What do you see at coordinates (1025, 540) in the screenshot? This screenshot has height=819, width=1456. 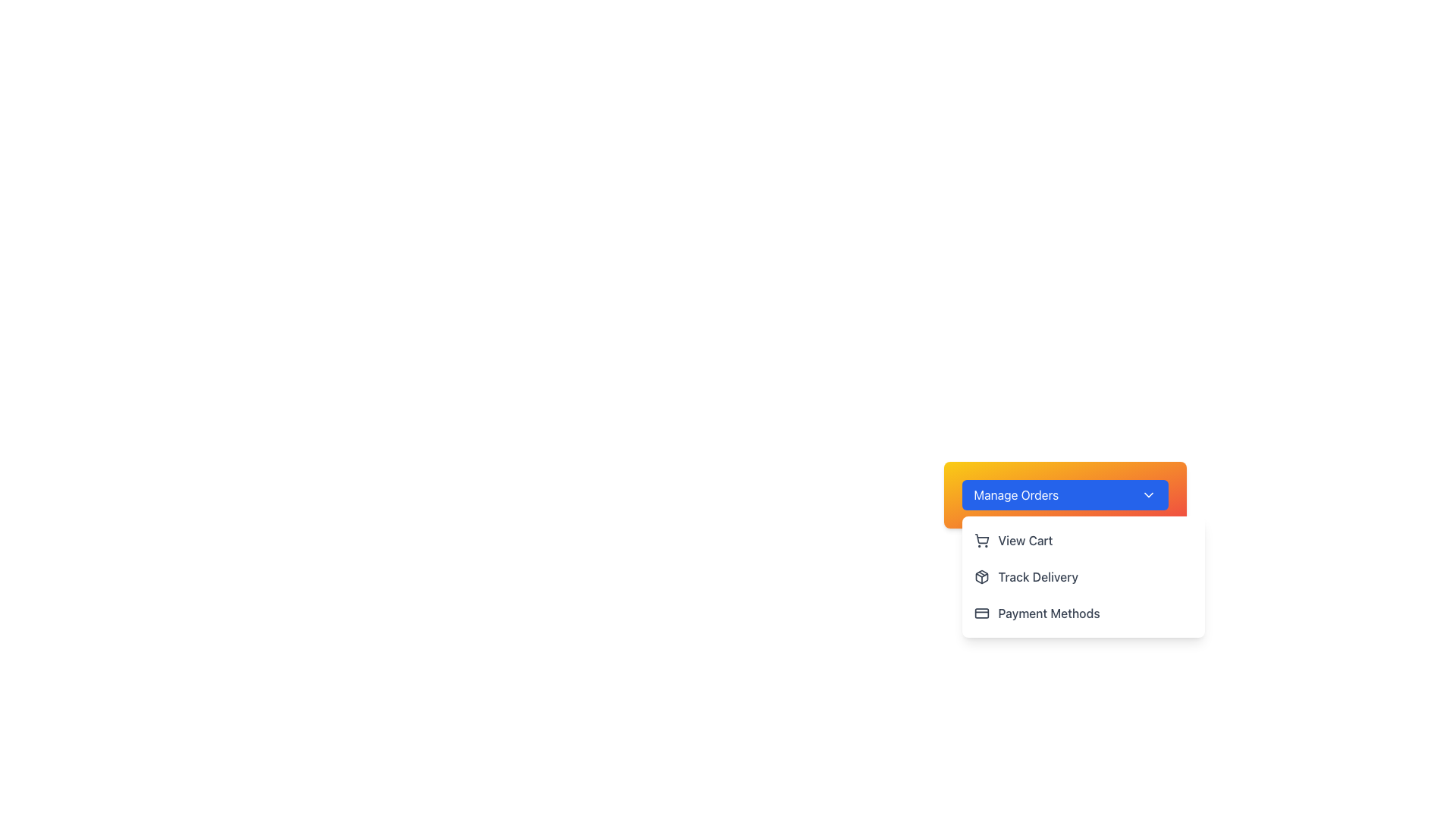 I see `the Text Label that serves as a clickable link` at bounding box center [1025, 540].